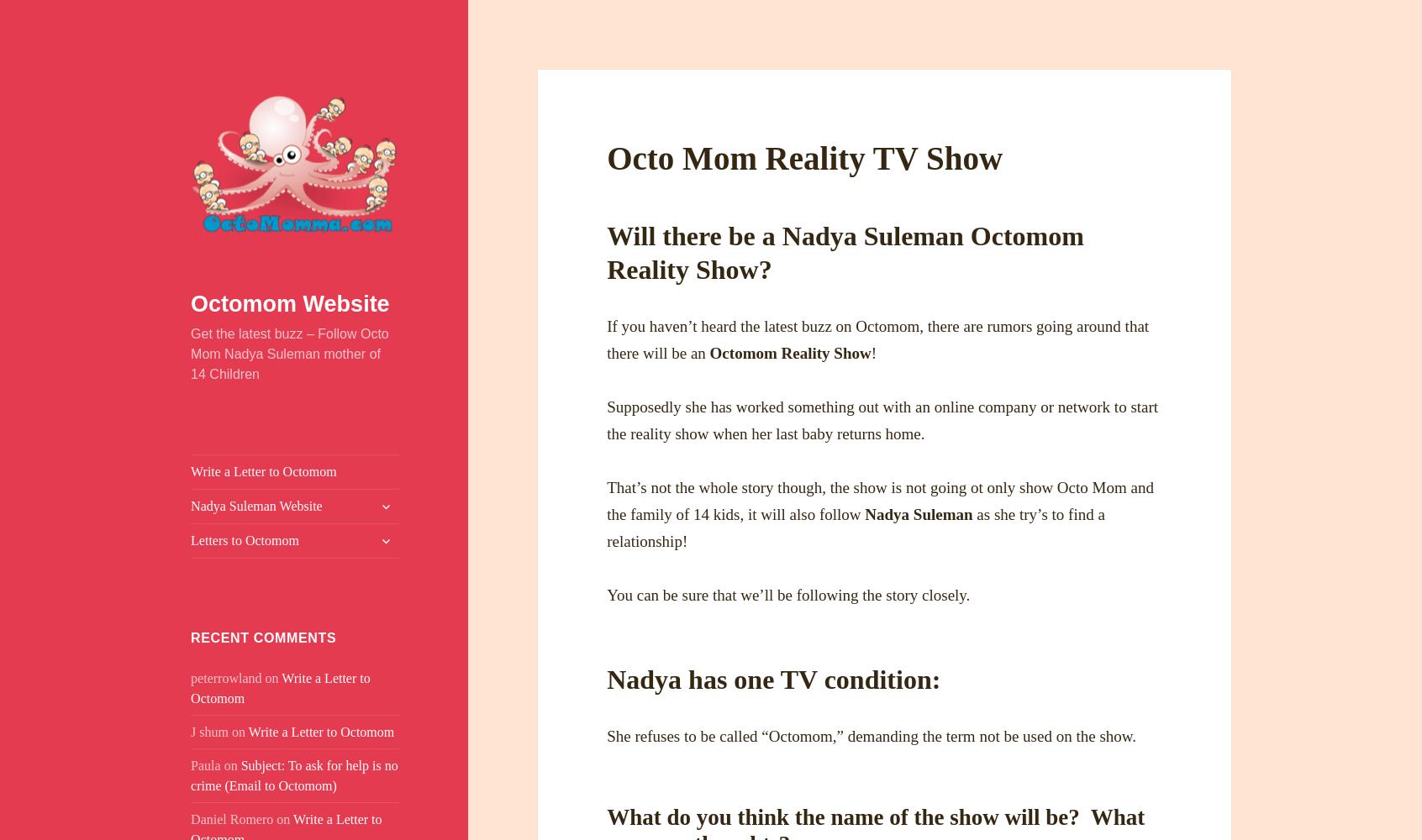 The image size is (1422, 840). What do you see at coordinates (605, 158) in the screenshot?
I see `'Octo Mom Reality TV Show'` at bounding box center [605, 158].